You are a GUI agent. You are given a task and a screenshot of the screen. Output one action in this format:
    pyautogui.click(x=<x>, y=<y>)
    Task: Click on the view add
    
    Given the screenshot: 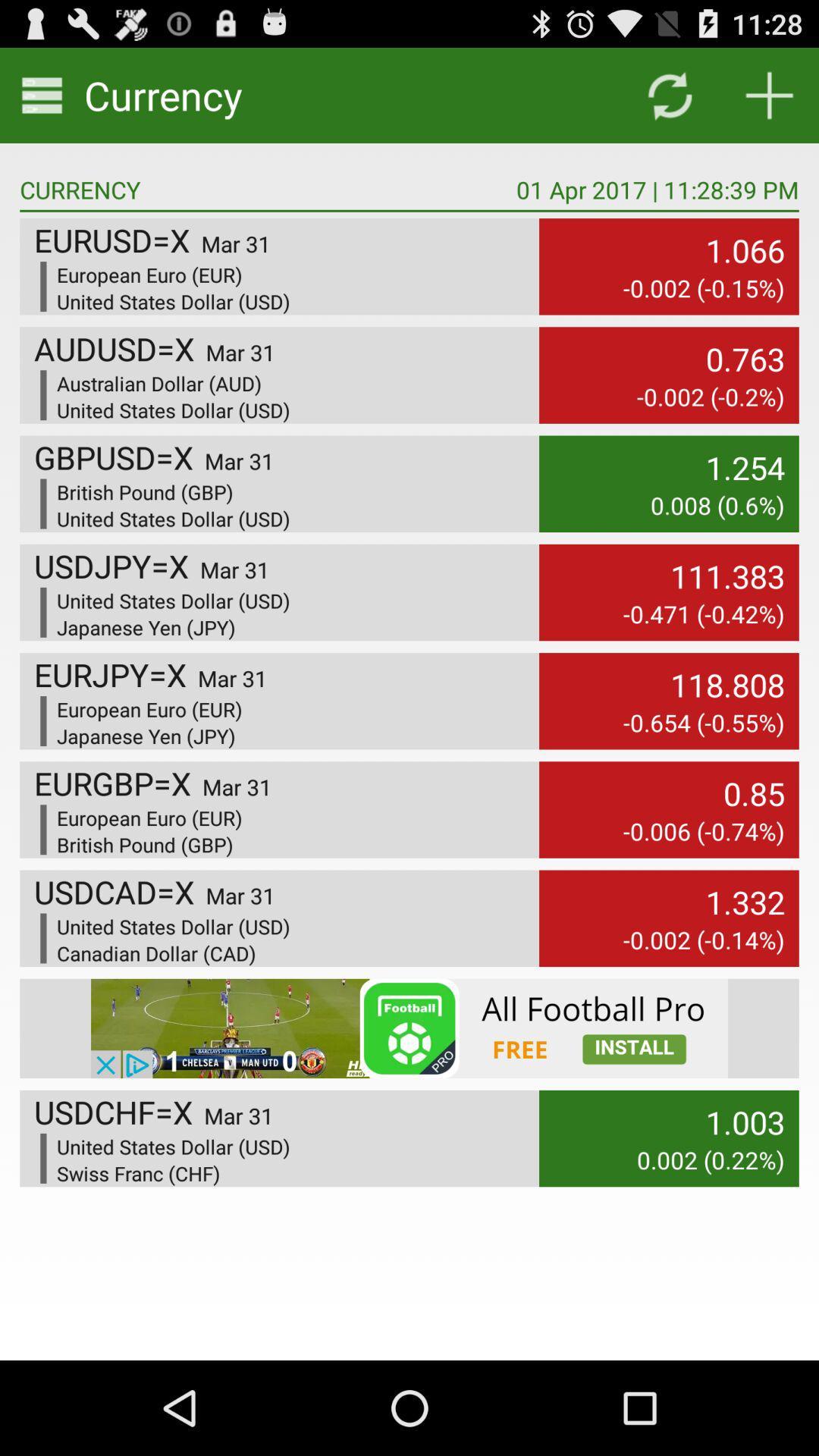 What is the action you would take?
    pyautogui.click(x=409, y=1028)
    